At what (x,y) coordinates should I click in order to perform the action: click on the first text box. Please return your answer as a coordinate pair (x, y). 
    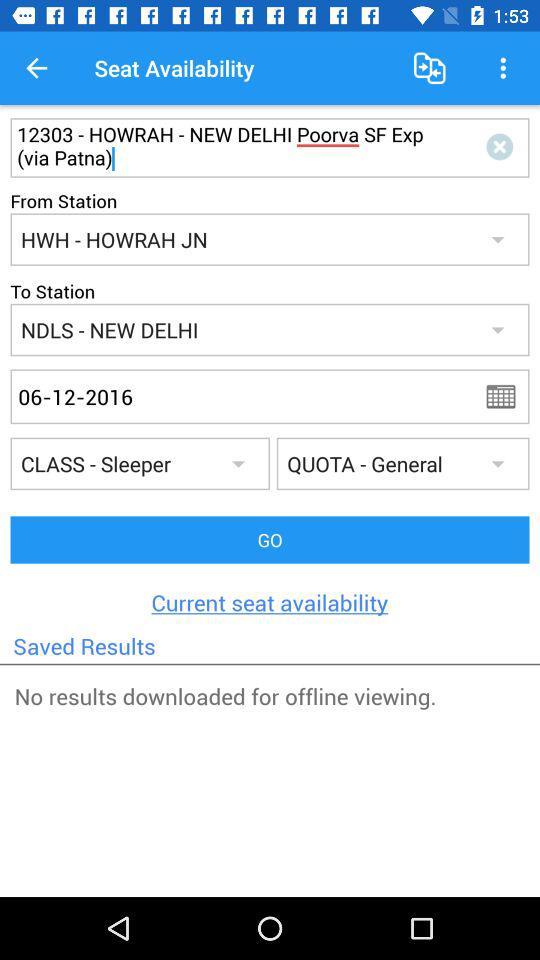
    Looking at the image, I should click on (232, 147).